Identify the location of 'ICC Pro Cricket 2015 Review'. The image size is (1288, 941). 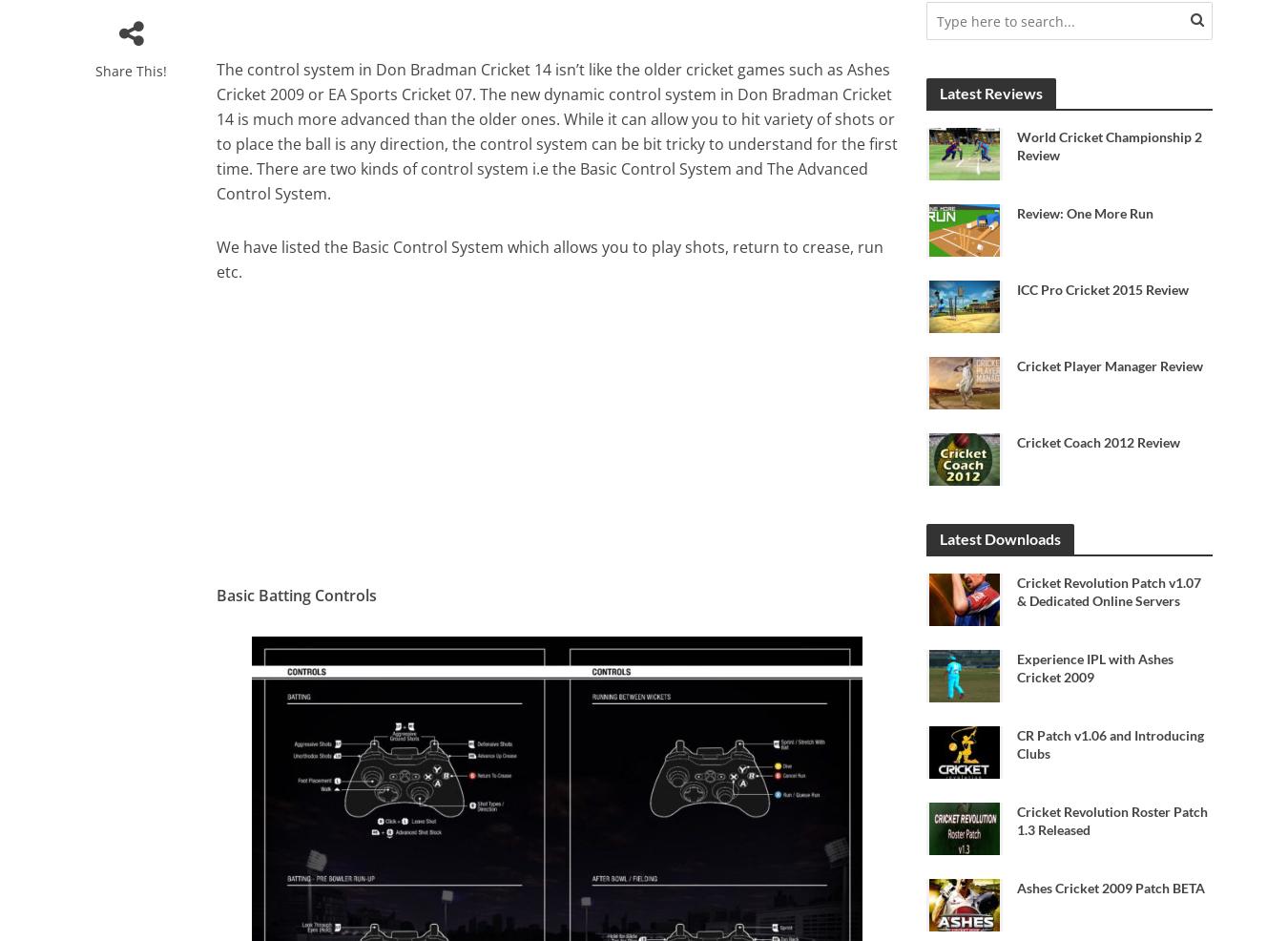
(1102, 289).